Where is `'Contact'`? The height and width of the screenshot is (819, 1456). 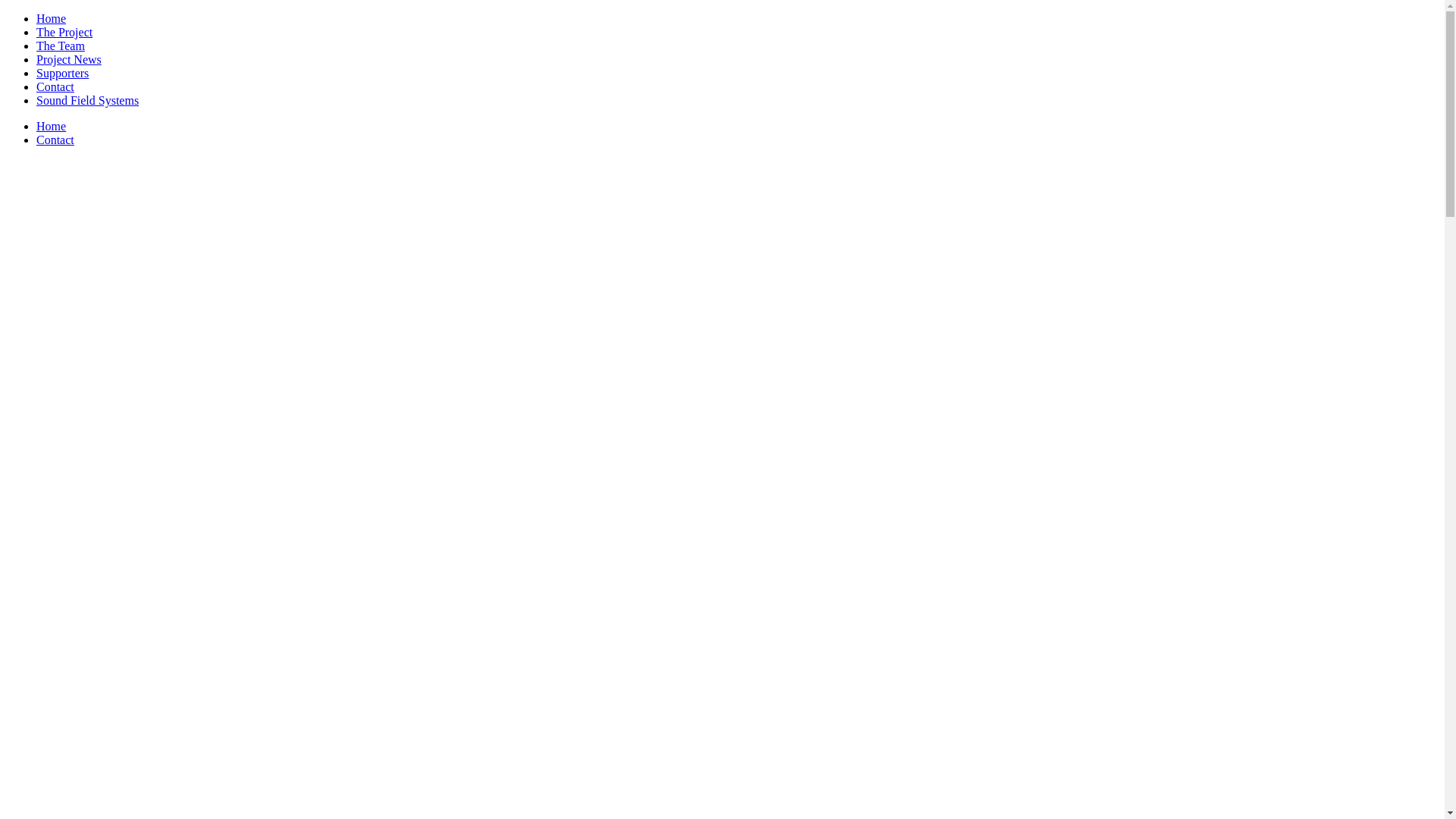
'Contact' is located at coordinates (36, 140).